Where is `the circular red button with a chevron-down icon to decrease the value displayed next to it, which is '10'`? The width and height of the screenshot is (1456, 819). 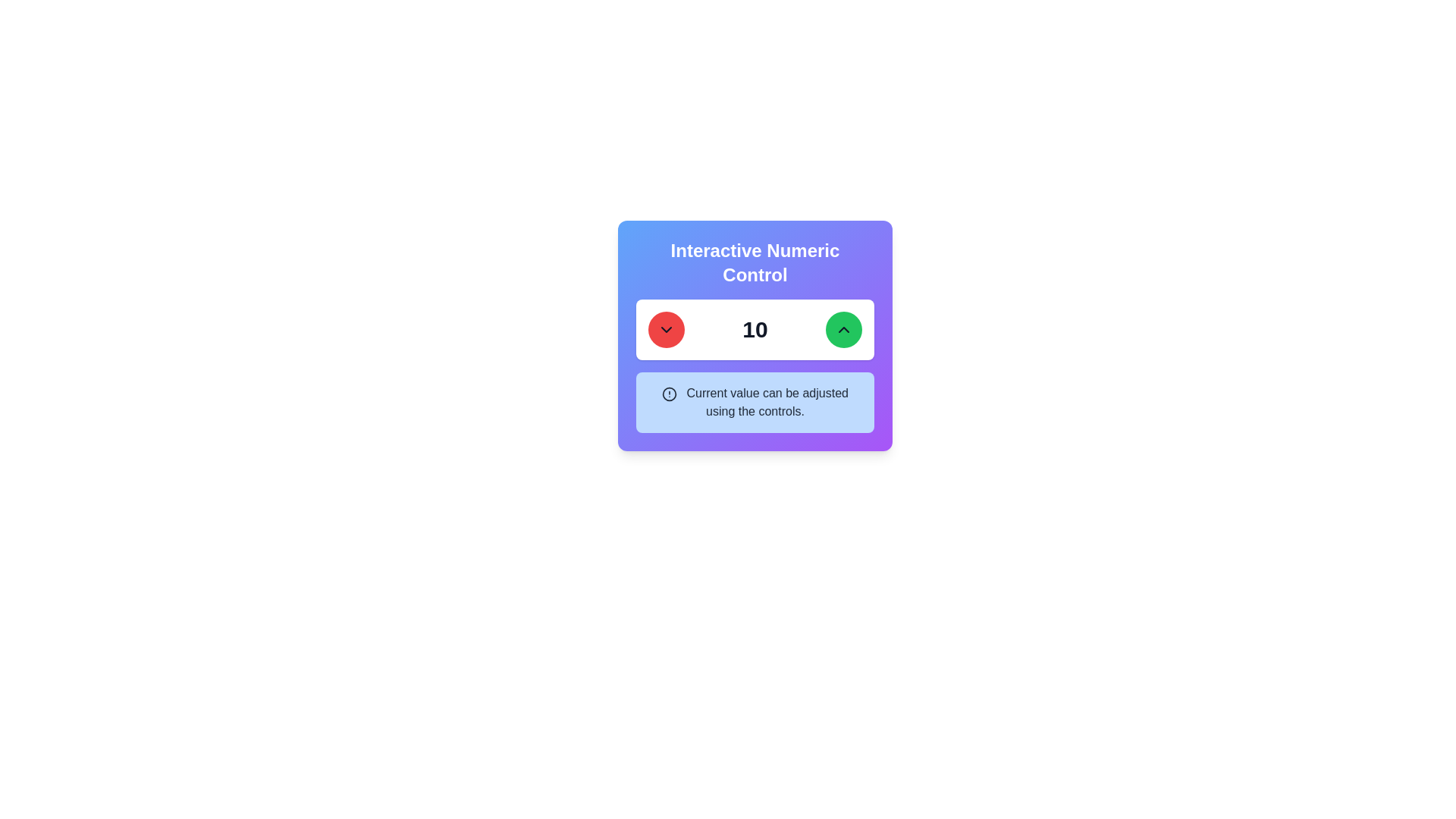
the circular red button with a chevron-down icon to decrease the value displayed next to it, which is '10' is located at coordinates (666, 329).